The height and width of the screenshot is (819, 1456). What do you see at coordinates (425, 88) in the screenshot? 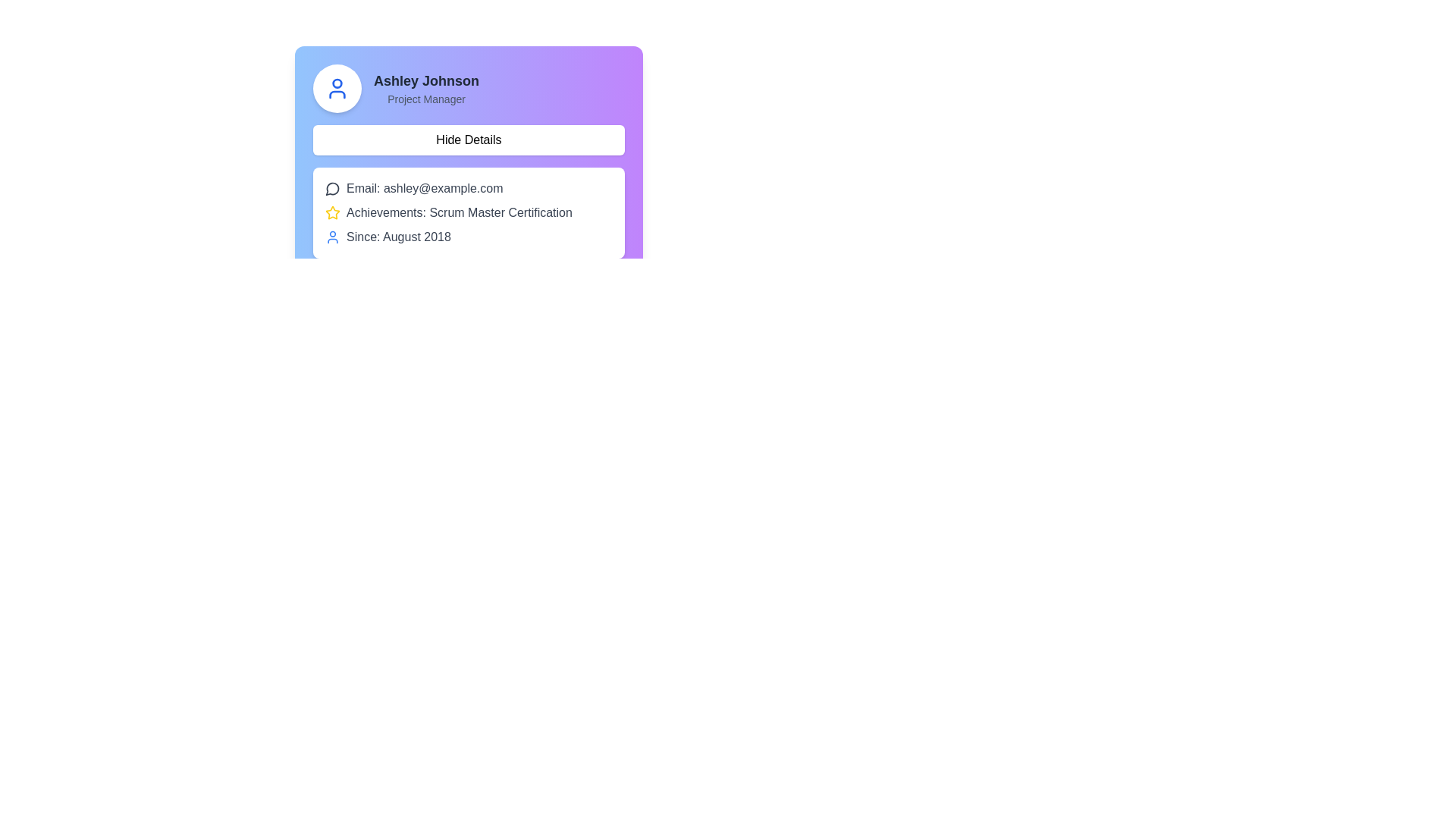
I see `the text label displaying 'Ashley Johnson' and 'Project Manager', which is positioned on the right side of the user profile icon` at bounding box center [425, 88].